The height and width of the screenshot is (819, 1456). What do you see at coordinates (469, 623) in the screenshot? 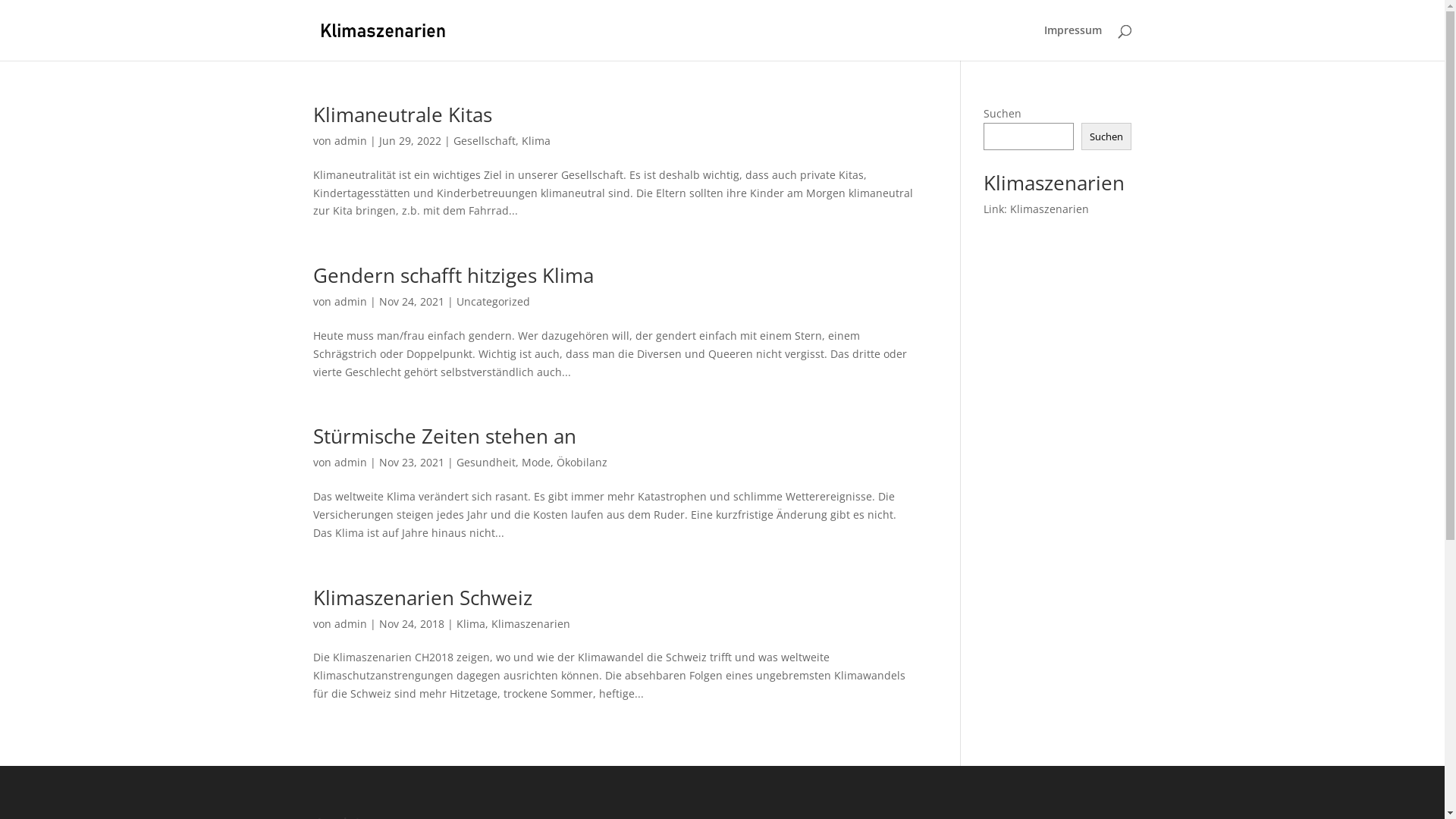
I see `'Klima'` at bounding box center [469, 623].